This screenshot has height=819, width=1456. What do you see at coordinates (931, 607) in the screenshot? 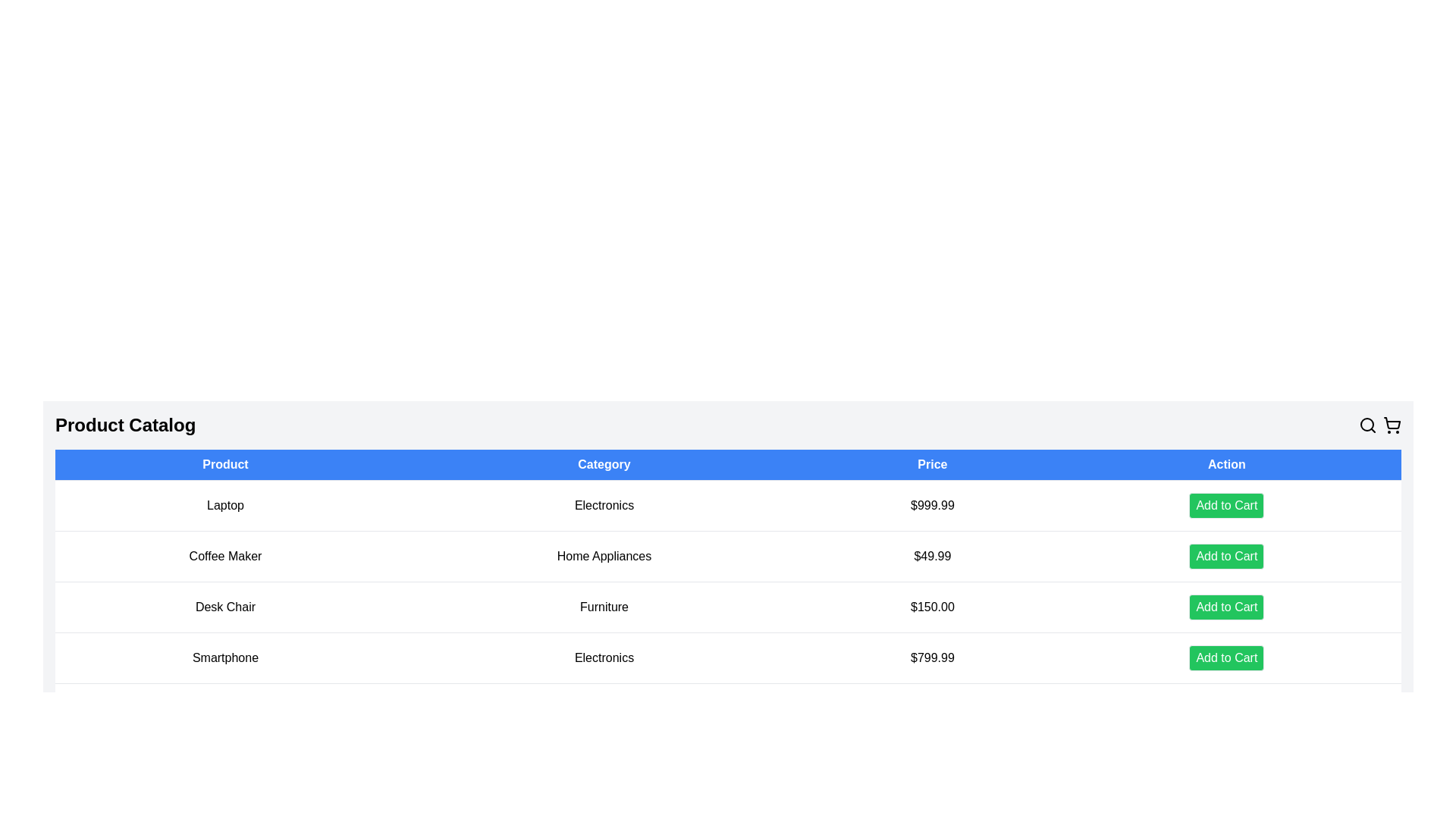
I see `the price label for the 'Desk Chair' item located in the third row of the table under the 'Price' column` at bounding box center [931, 607].